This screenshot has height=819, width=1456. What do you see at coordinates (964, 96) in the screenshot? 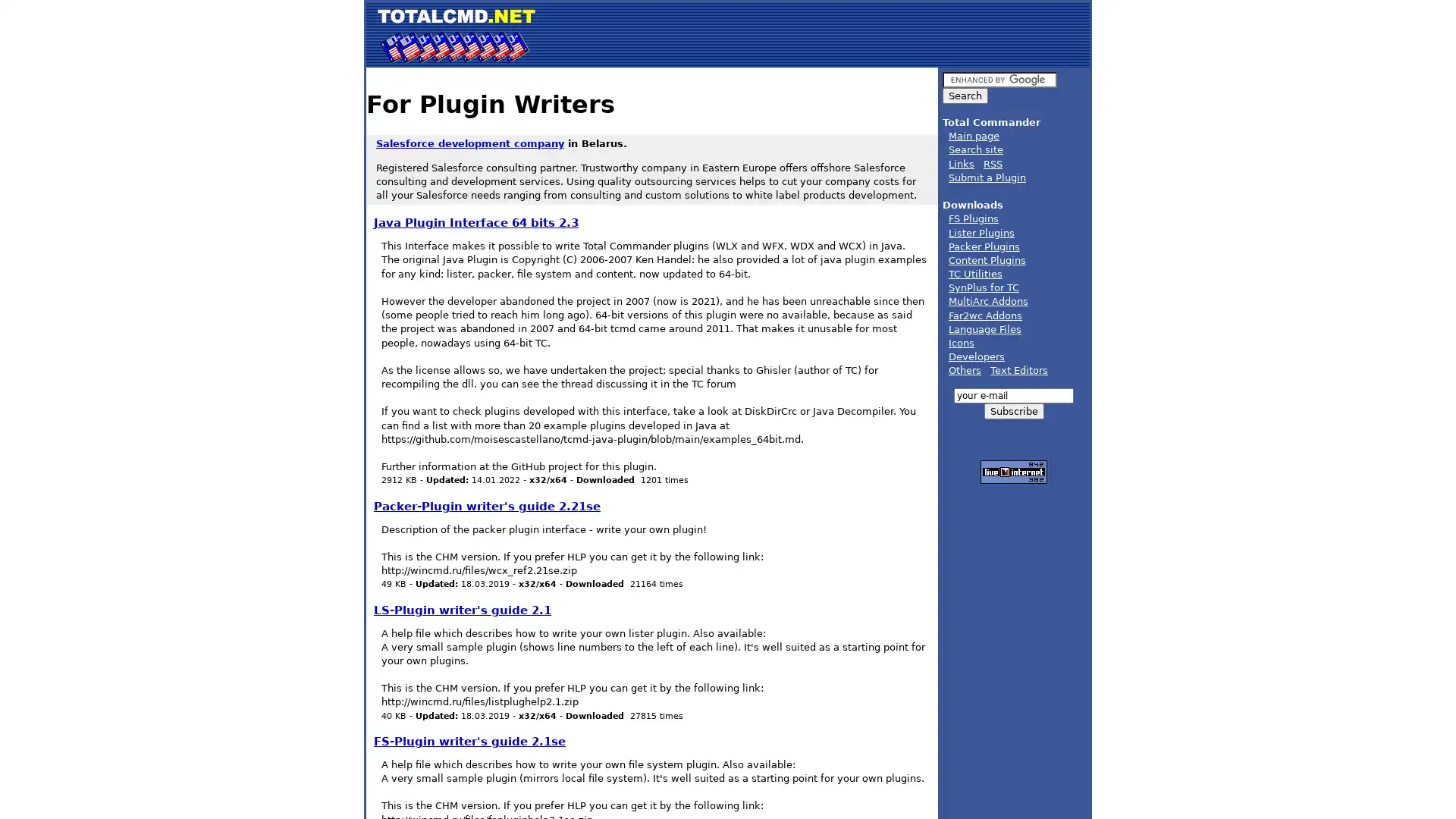
I see `Search` at bounding box center [964, 96].